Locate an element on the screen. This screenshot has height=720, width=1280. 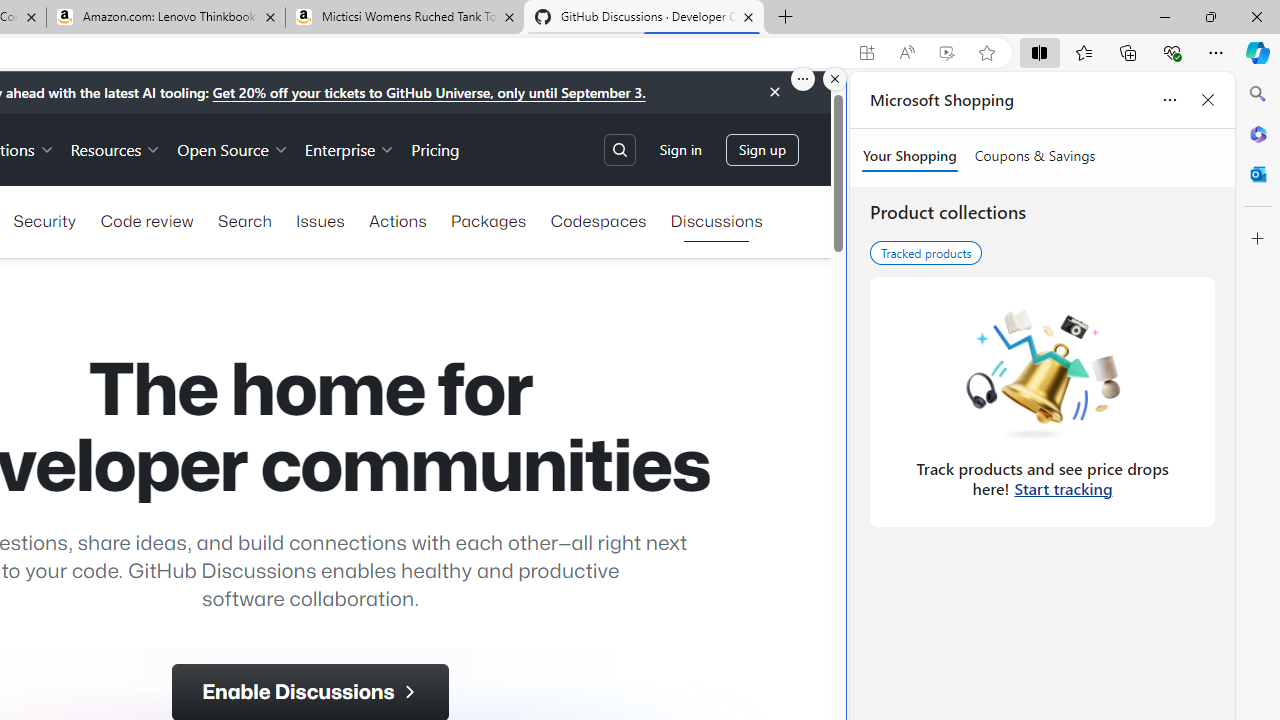
'Open Source' is located at coordinates (232, 148).